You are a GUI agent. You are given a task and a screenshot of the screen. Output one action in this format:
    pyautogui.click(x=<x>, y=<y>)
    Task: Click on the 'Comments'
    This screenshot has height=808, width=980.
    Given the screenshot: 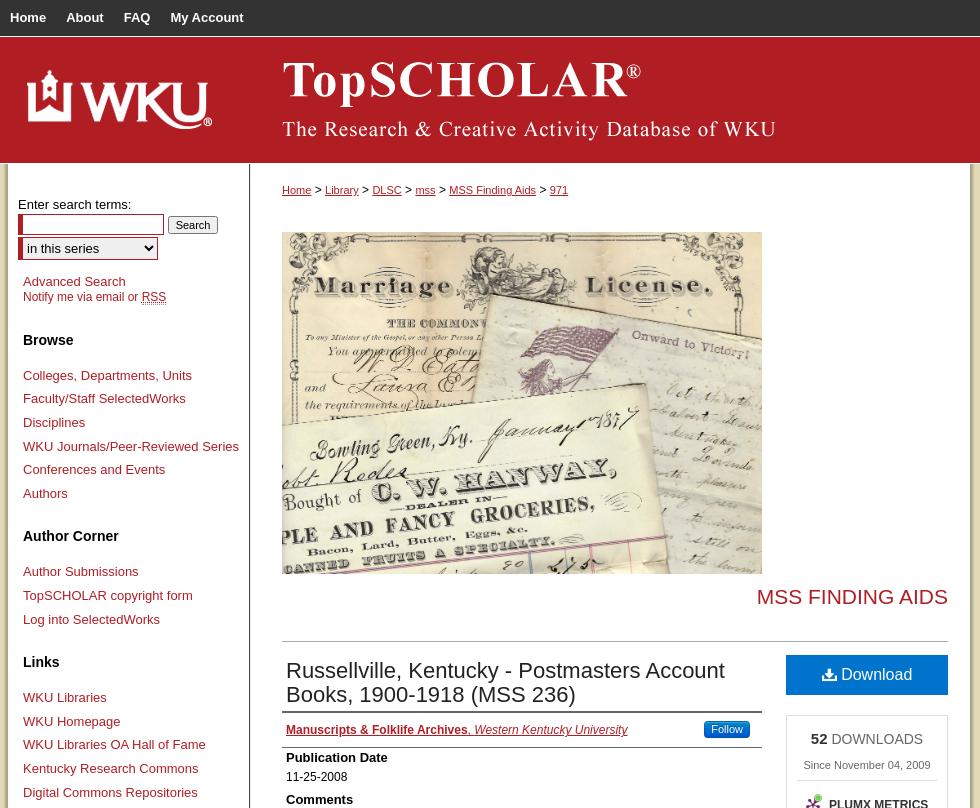 What is the action you would take?
    pyautogui.click(x=319, y=797)
    